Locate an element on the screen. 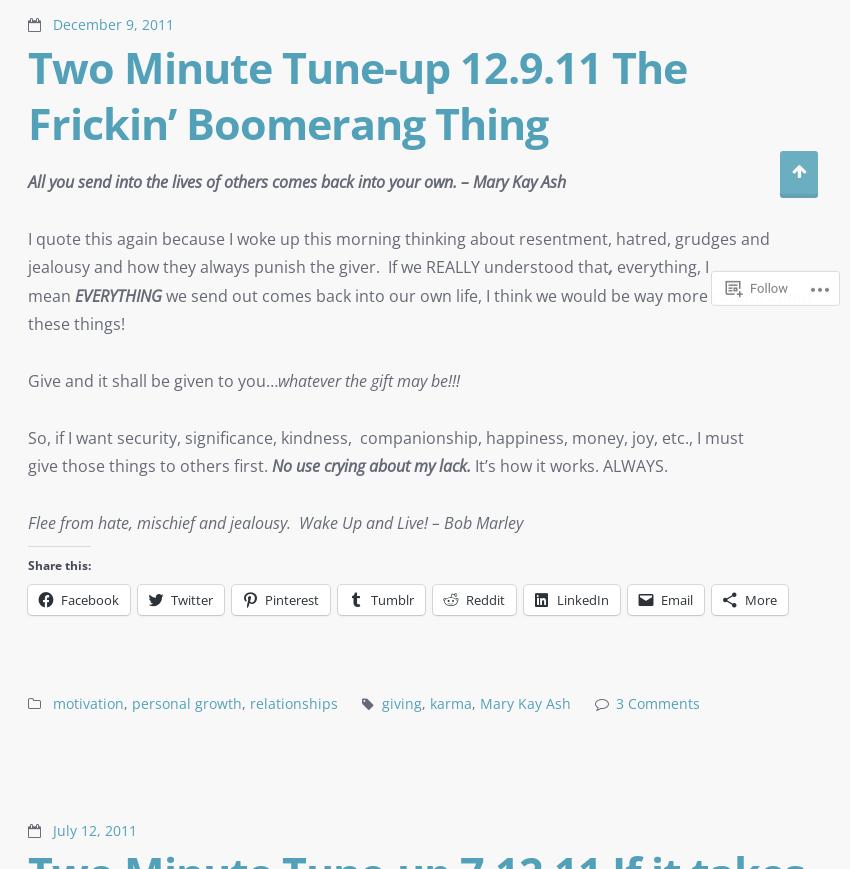  'No use crying about my lack.' is located at coordinates (370, 465).